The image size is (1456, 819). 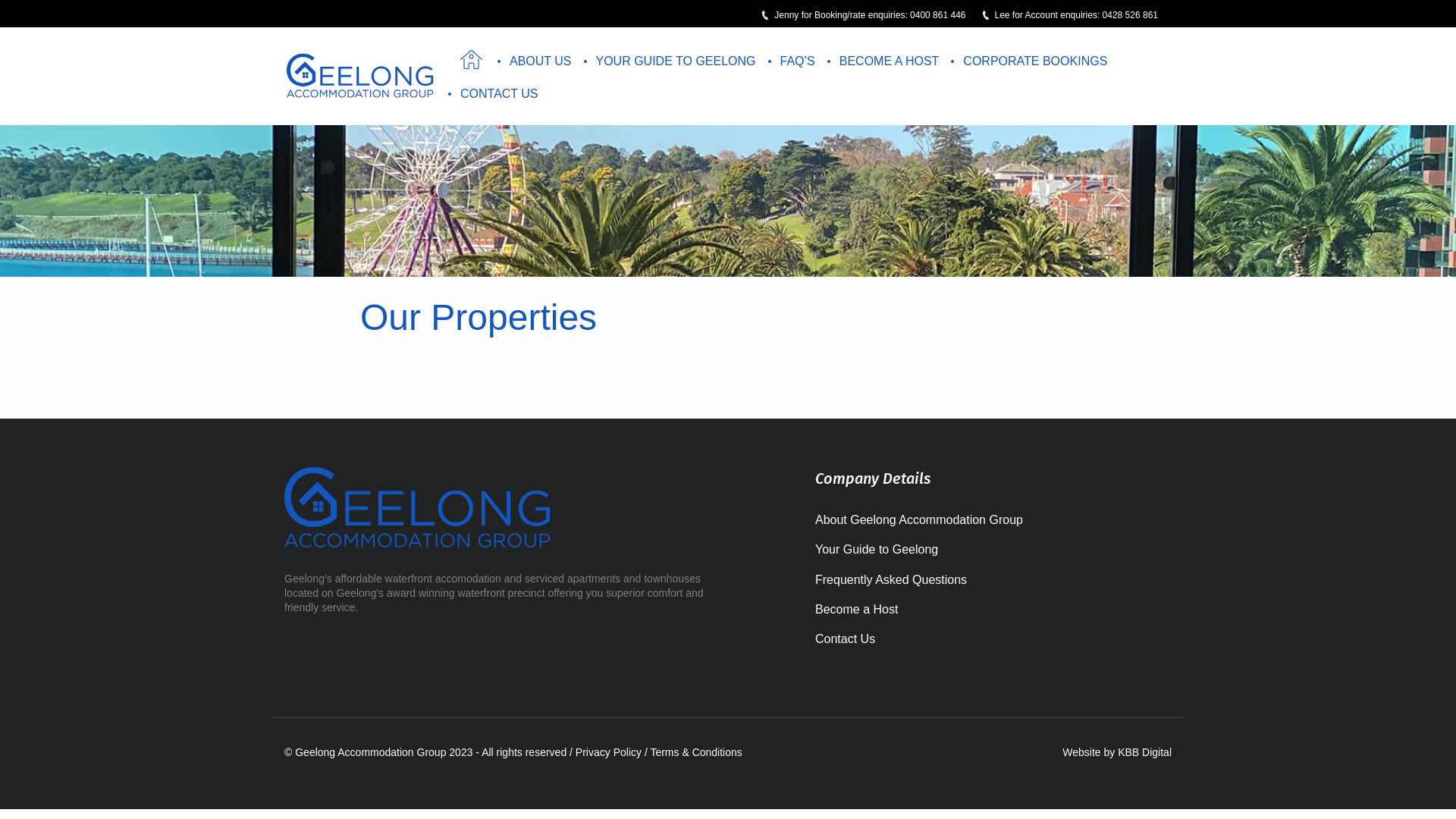 What do you see at coordinates (499, 93) in the screenshot?
I see `'CONTACT US'` at bounding box center [499, 93].